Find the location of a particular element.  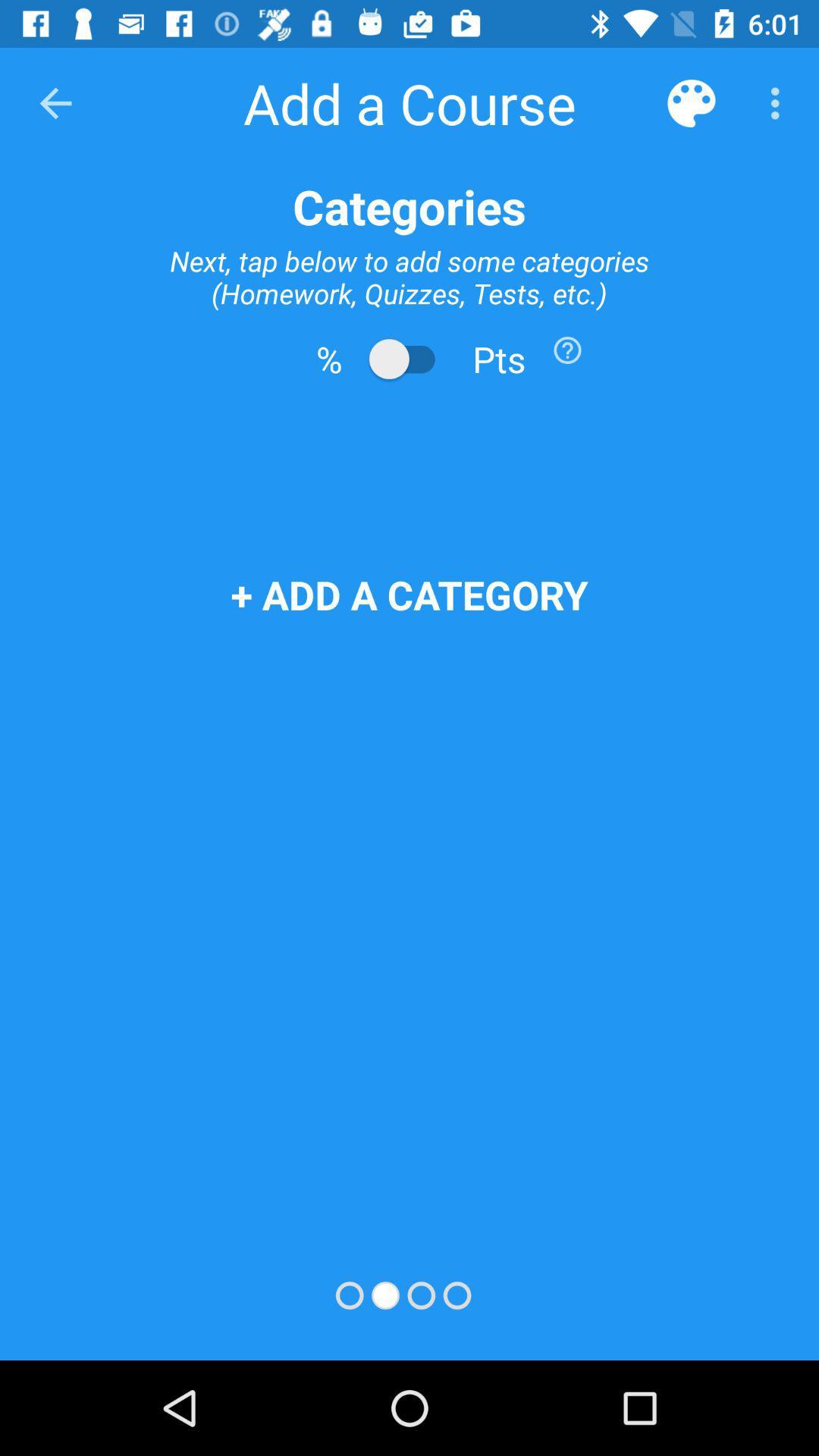

the icon above the categories is located at coordinates (55, 102).